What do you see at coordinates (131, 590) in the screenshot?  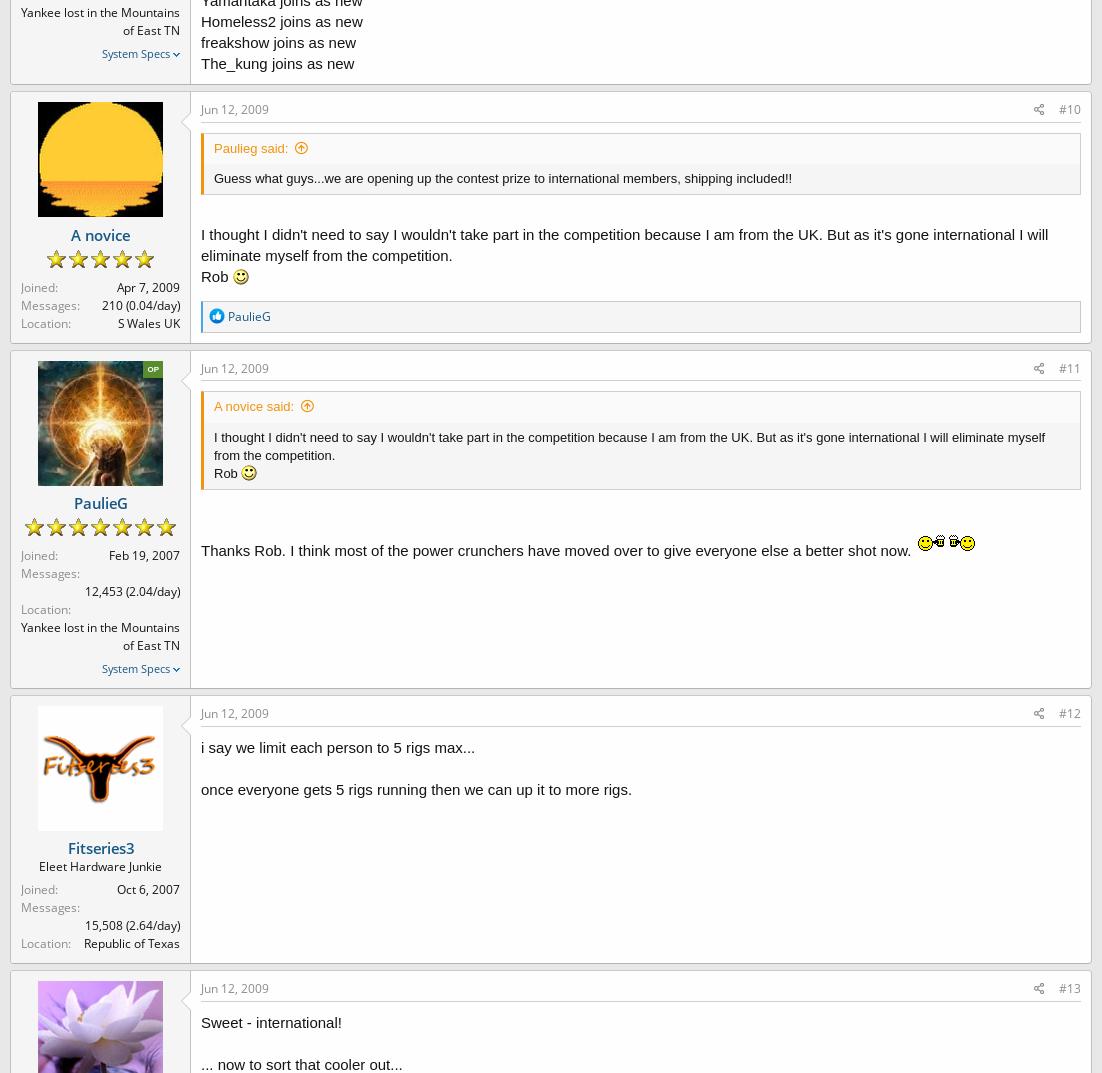 I see `'12,453
	(2.04/day)'` at bounding box center [131, 590].